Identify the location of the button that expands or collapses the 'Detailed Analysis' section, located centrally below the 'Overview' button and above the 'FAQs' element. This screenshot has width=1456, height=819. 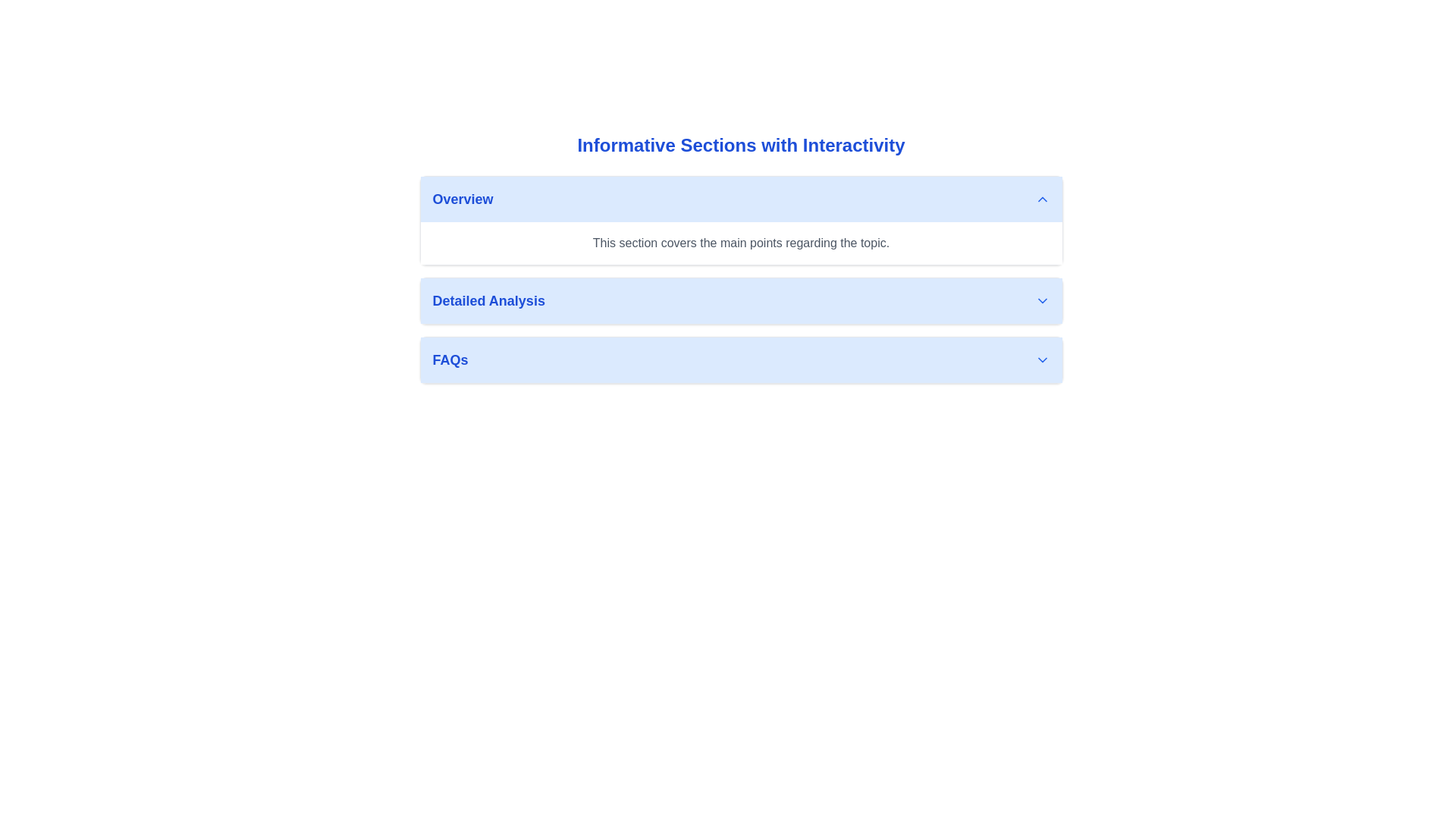
(741, 301).